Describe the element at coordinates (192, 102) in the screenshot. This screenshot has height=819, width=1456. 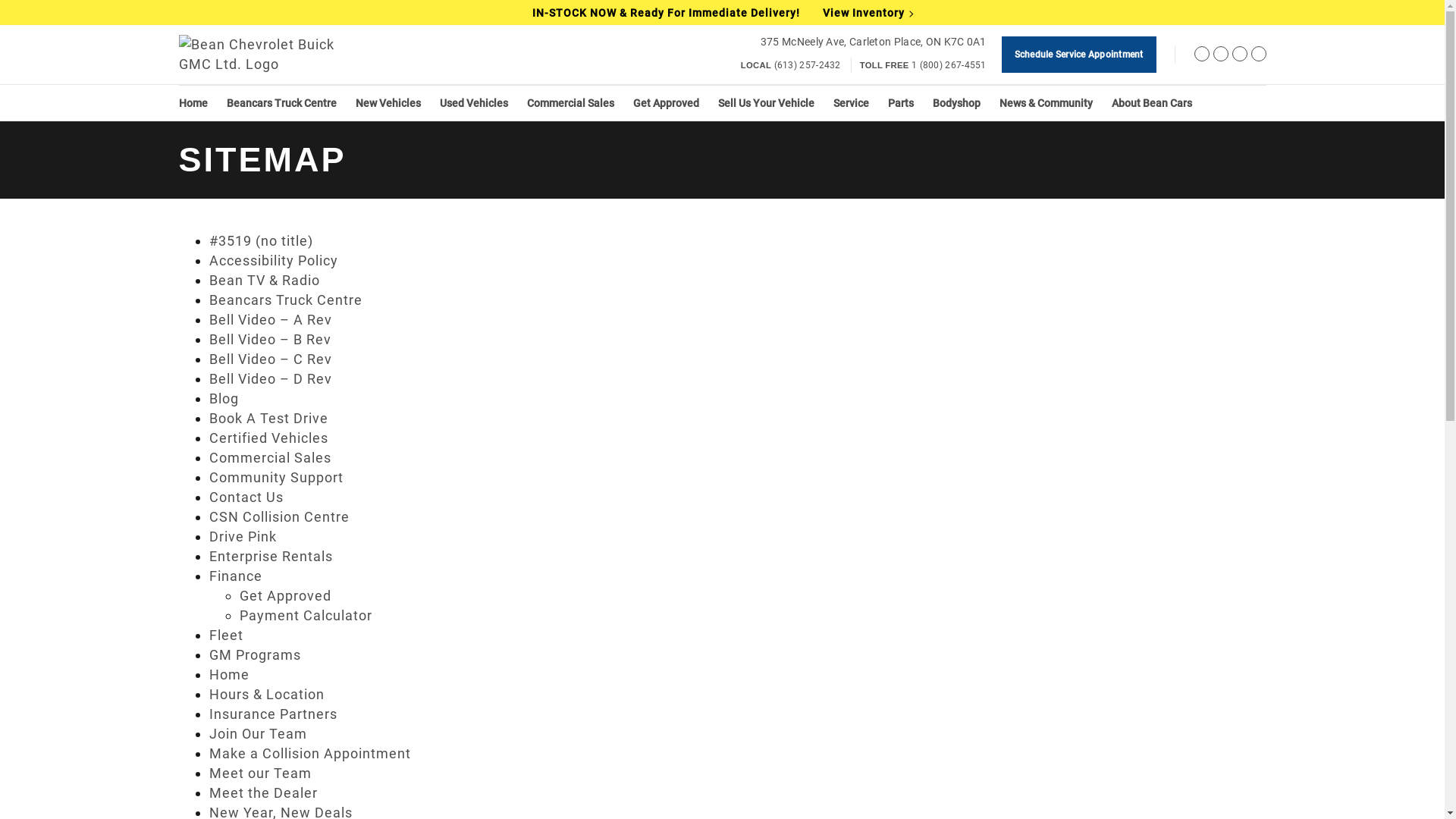
I see `'Home'` at that location.